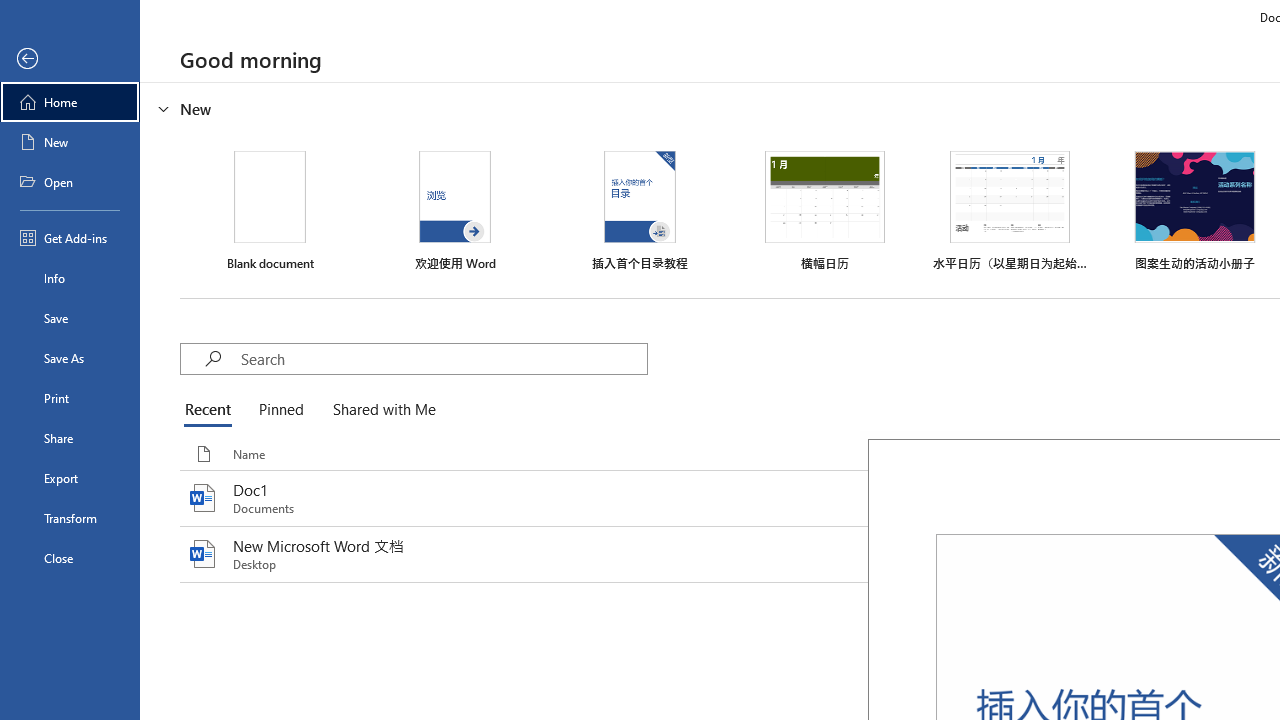 The image size is (1280, 720). Describe the element at coordinates (69, 356) in the screenshot. I see `'Save As'` at that location.